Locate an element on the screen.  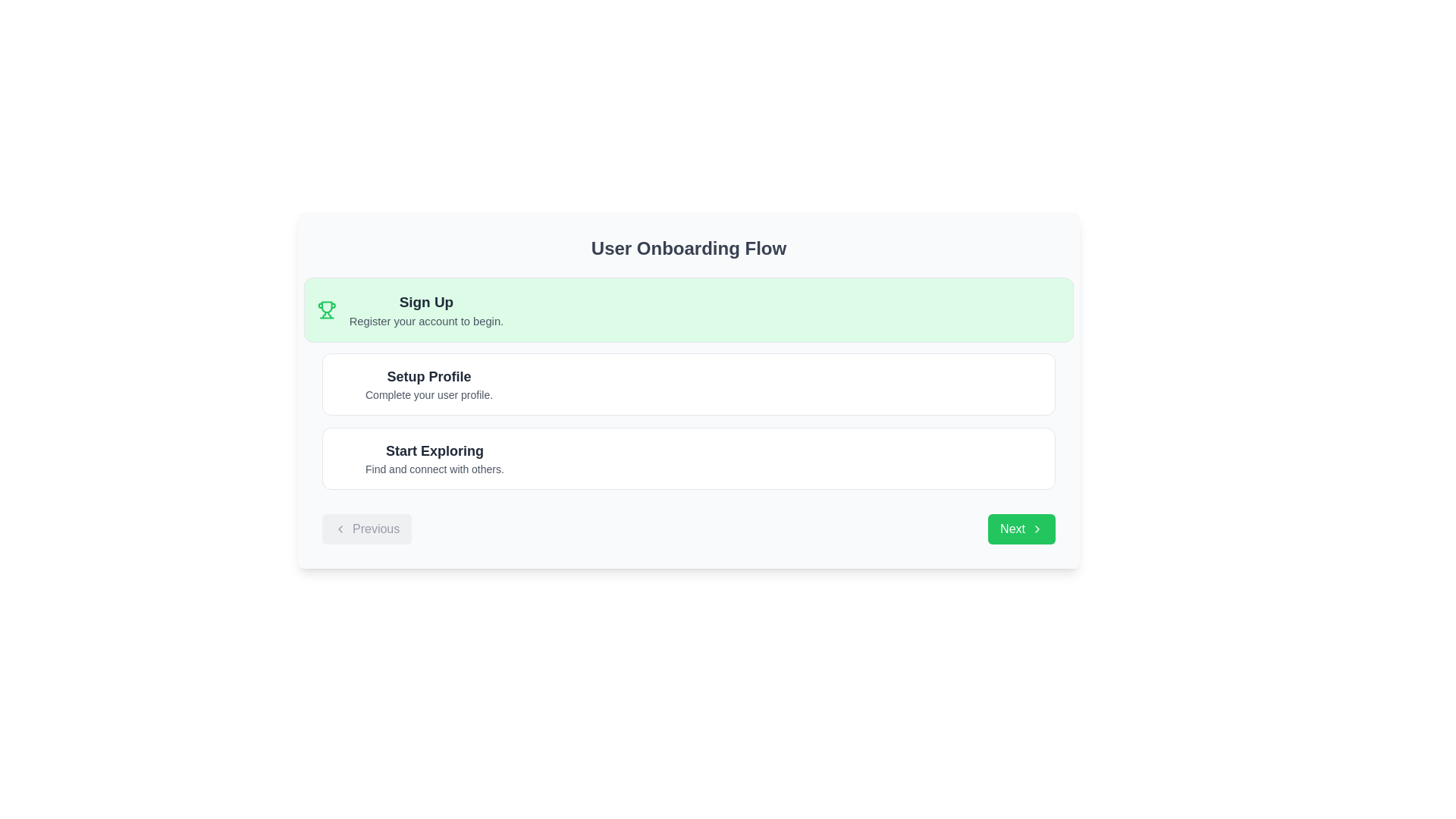
heading text label 'Sign Up' that is styled in bold with a larger font size, displayed in dark gray on a light green background, positioned above the registration prompt is located at coordinates (425, 302).